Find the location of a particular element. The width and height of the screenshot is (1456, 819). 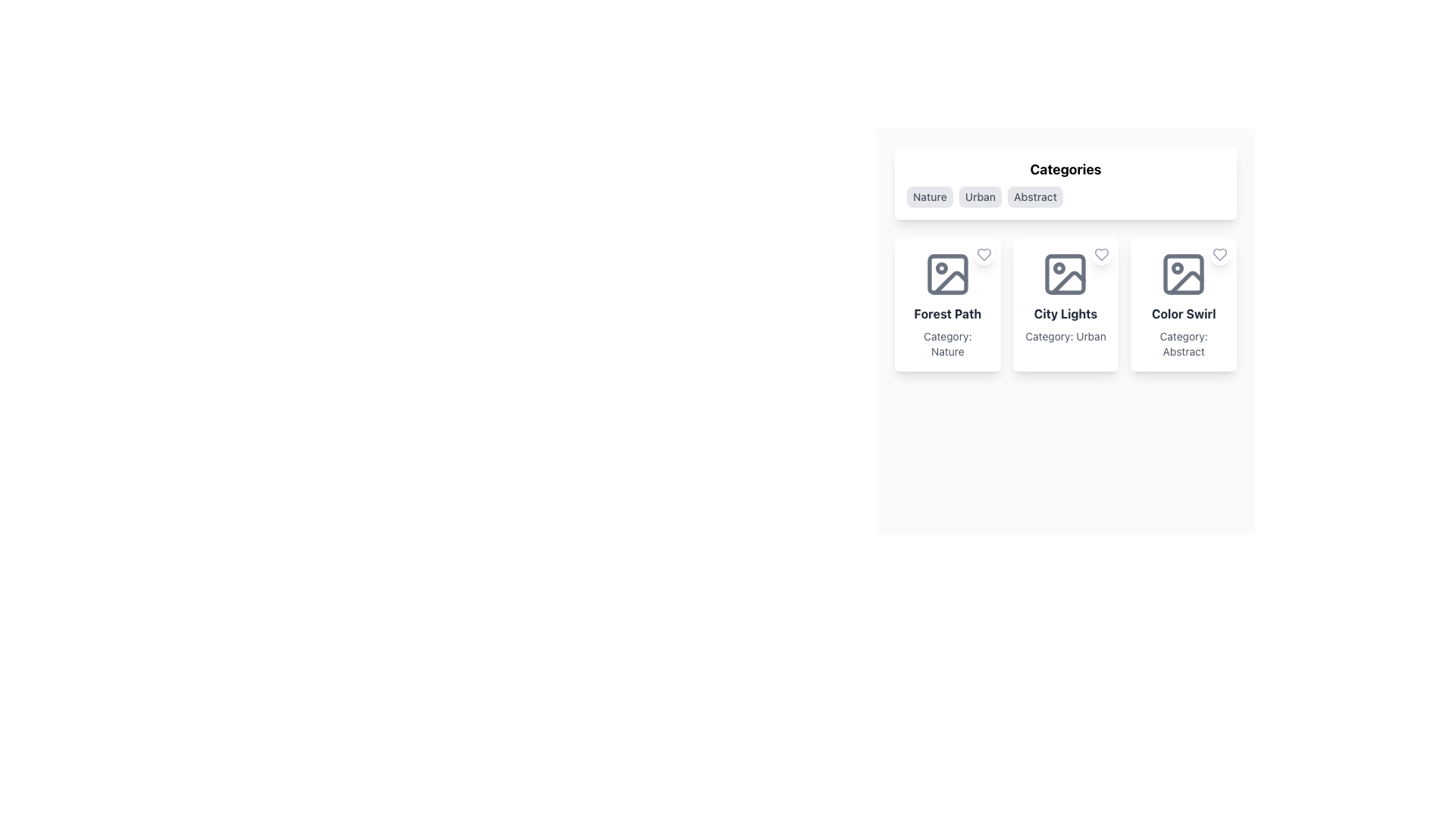

heading text 'Categories' which is prominently displayed in bold, large font at the top of a white card with rounded corners is located at coordinates (1065, 169).